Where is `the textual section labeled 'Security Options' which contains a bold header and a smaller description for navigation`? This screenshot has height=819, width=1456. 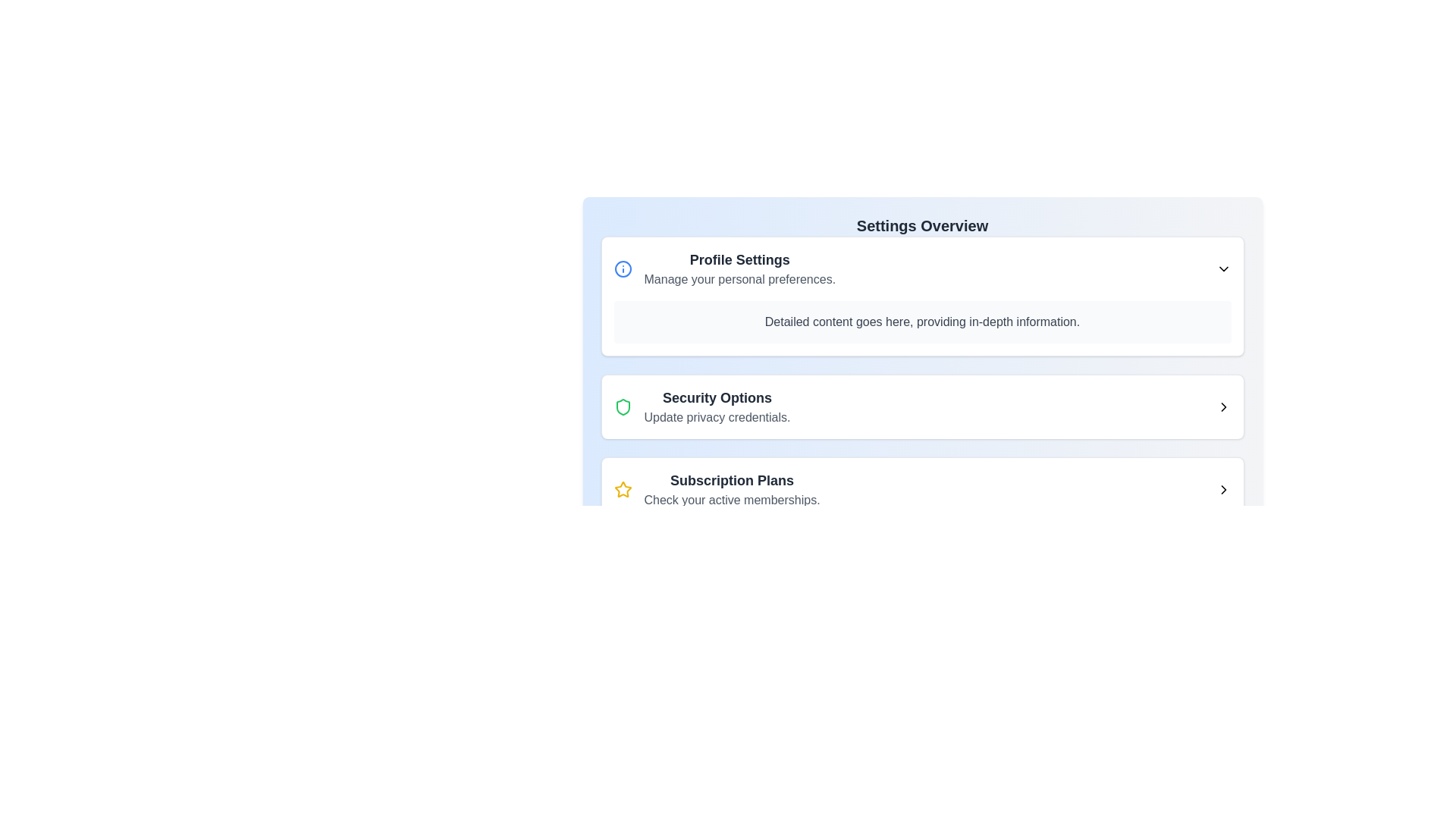
the textual section labeled 'Security Options' which contains a bold header and a smaller description for navigation is located at coordinates (716, 406).